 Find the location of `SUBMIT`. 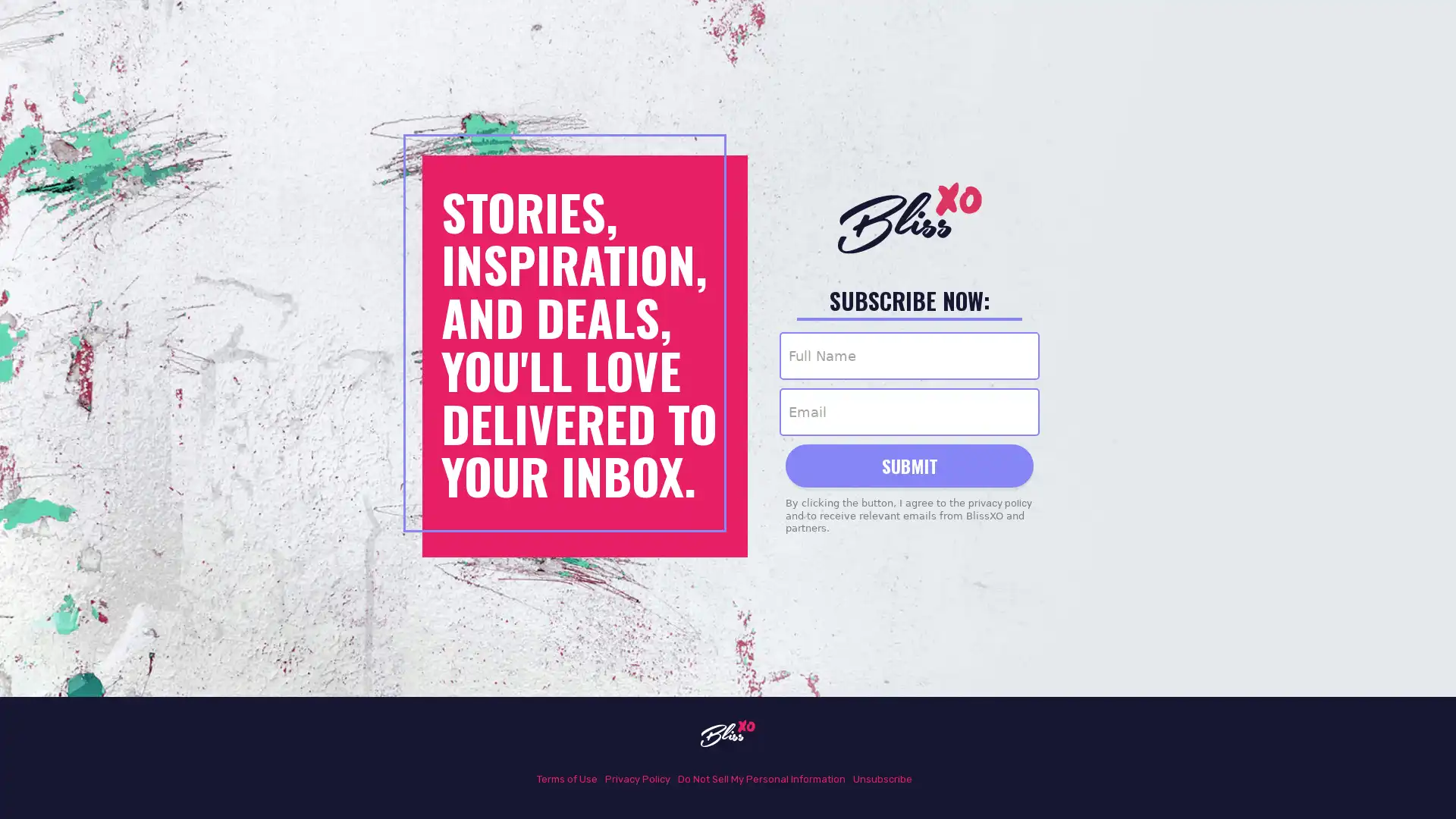

SUBMIT is located at coordinates (909, 464).